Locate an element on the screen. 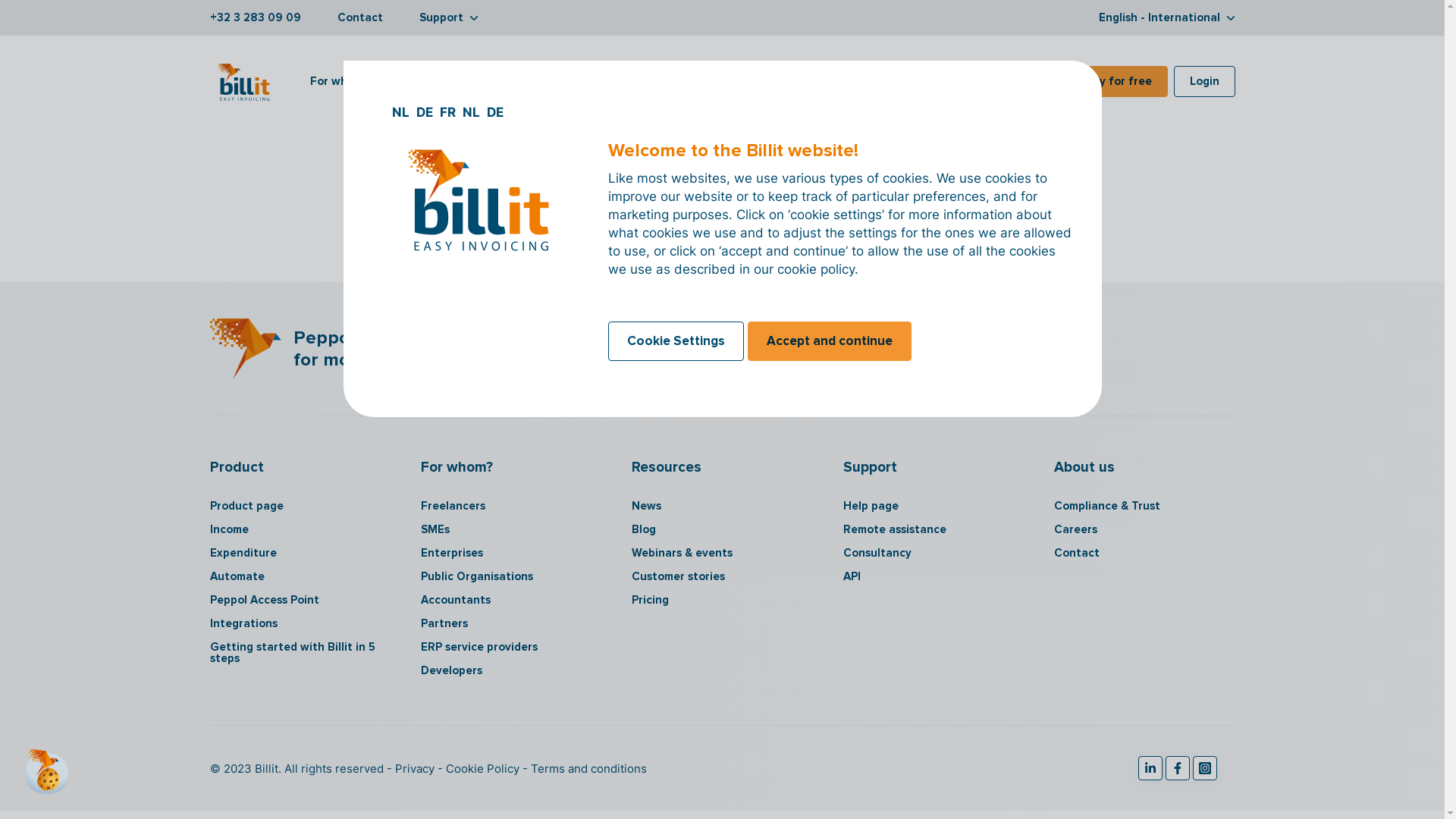 The image size is (1456, 819). 'Integrations' is located at coordinates (208, 623).